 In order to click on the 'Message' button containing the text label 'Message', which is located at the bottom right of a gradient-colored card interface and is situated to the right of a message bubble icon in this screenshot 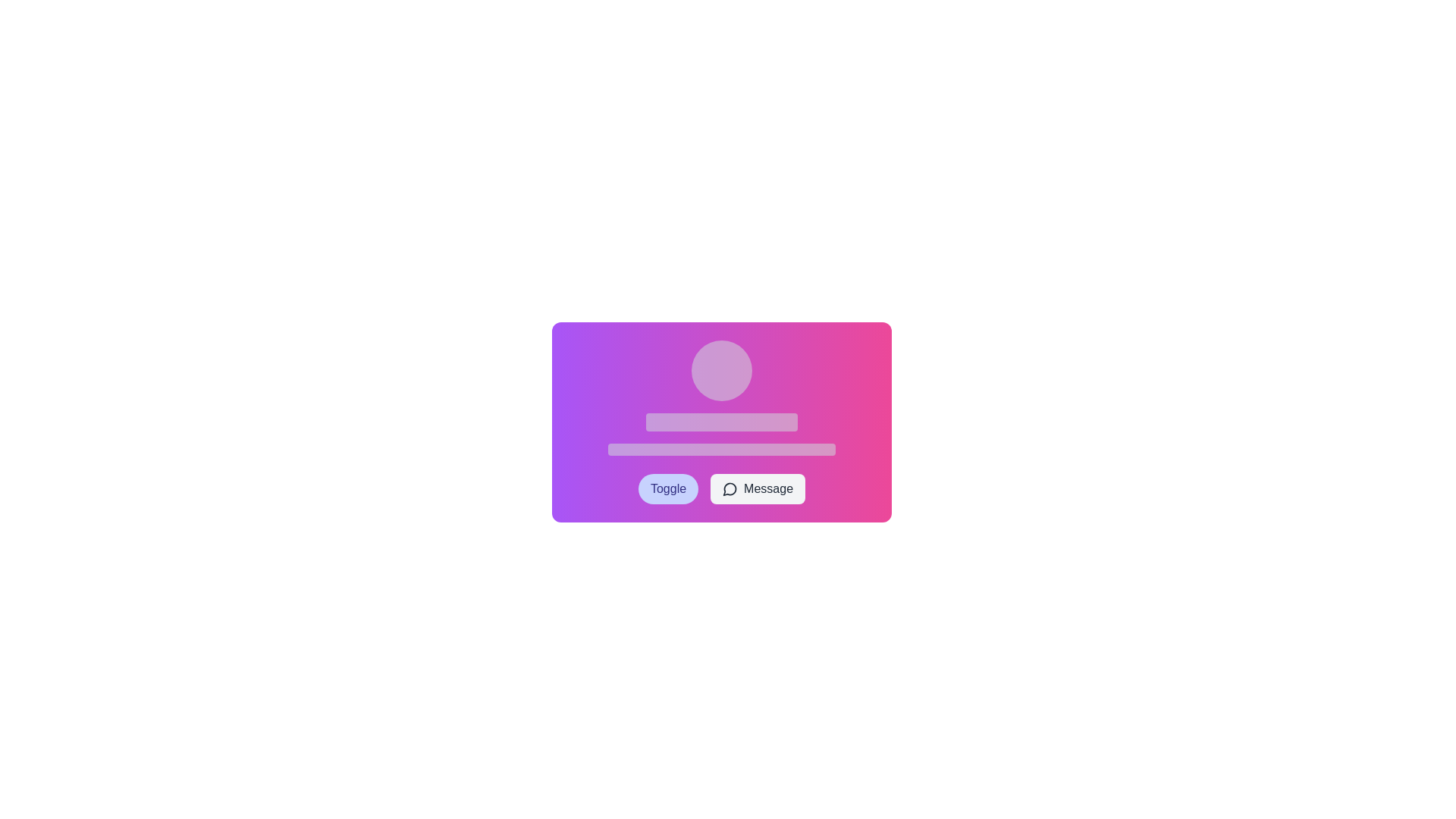, I will do `click(768, 488)`.